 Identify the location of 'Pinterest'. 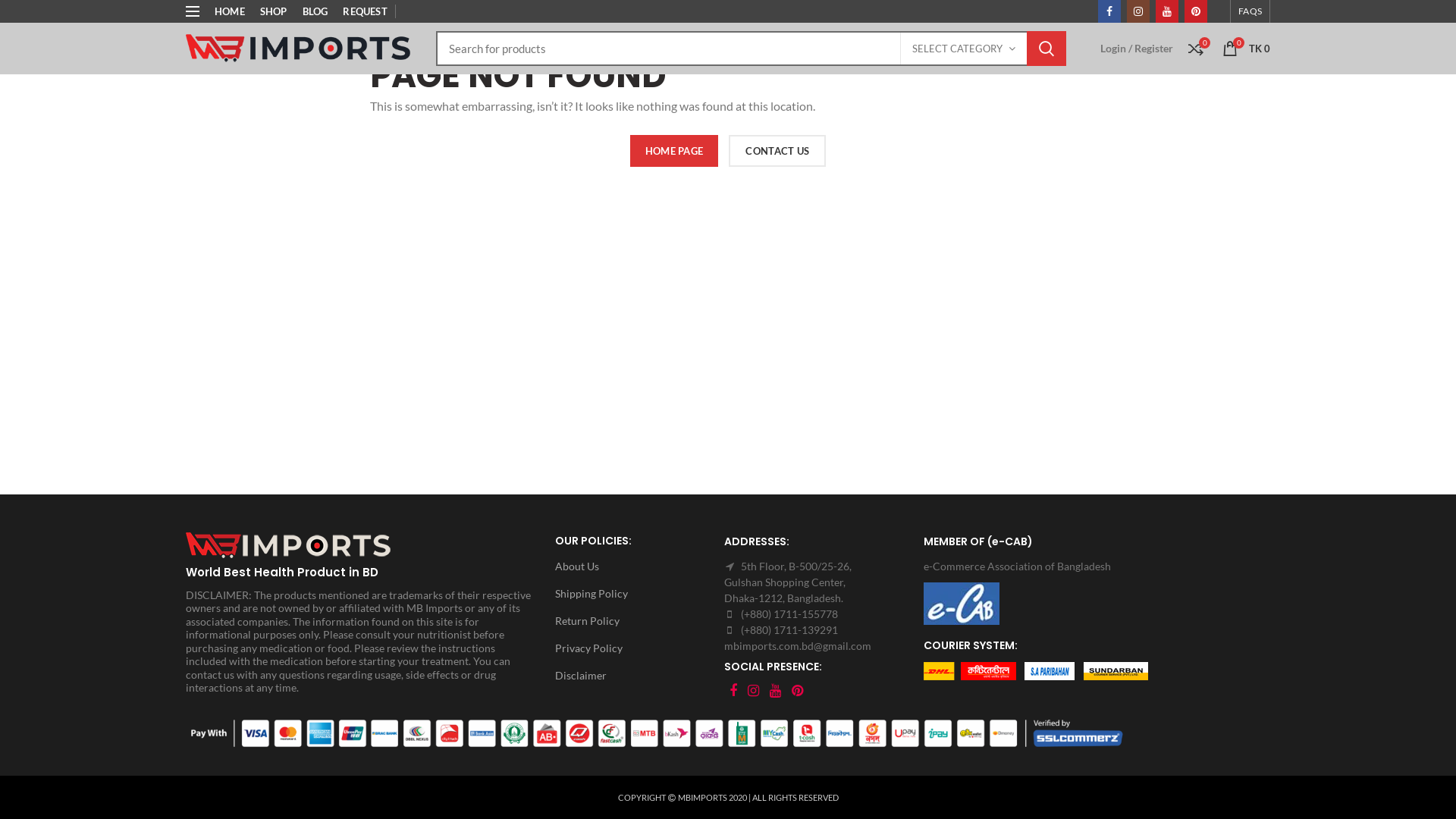
(1183, 11).